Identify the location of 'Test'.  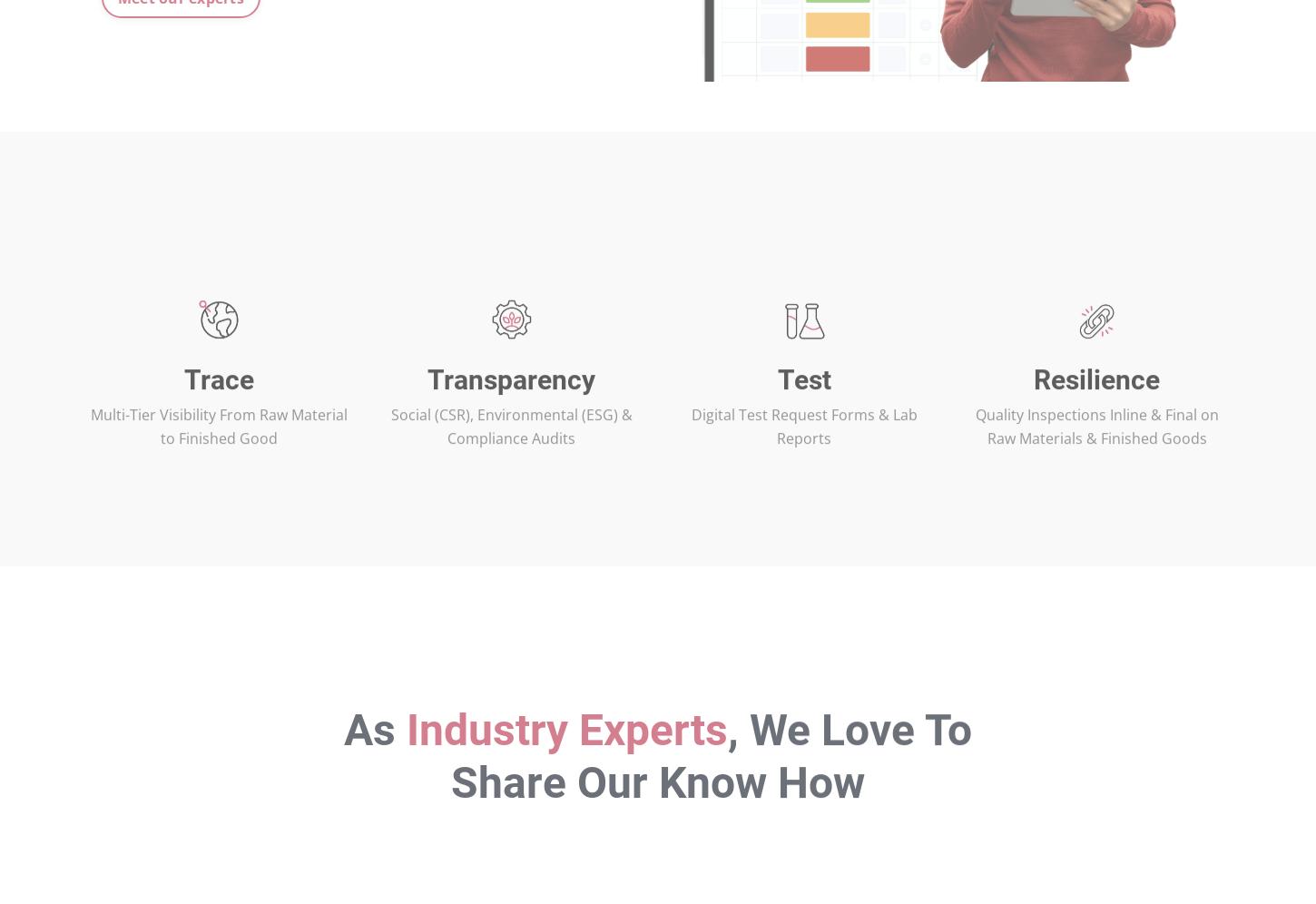
(802, 436).